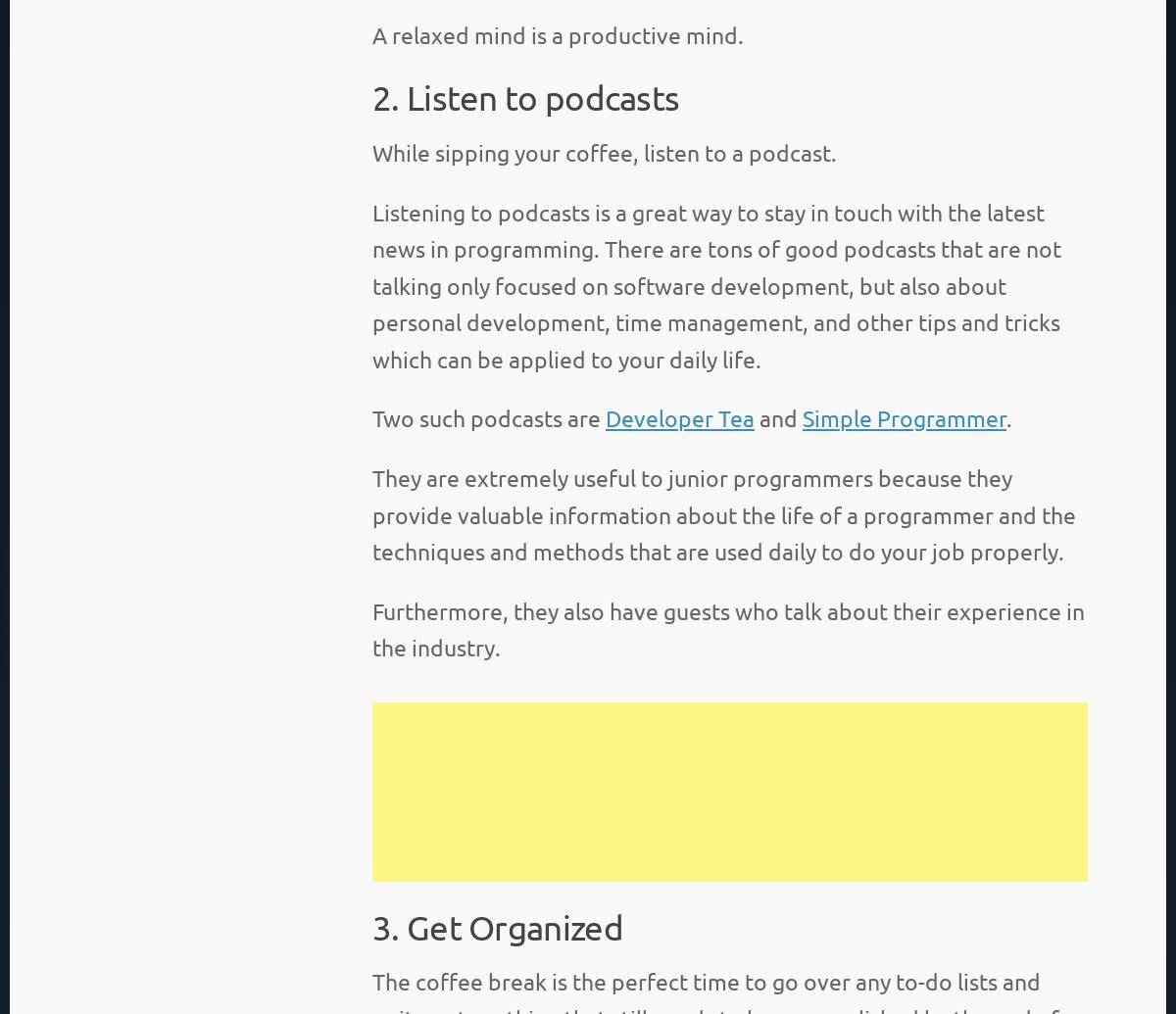 This screenshot has width=1176, height=1014. Describe the element at coordinates (728, 628) in the screenshot. I see `'Furthermore, they also have guests who talk about their experience in the industry.'` at that location.